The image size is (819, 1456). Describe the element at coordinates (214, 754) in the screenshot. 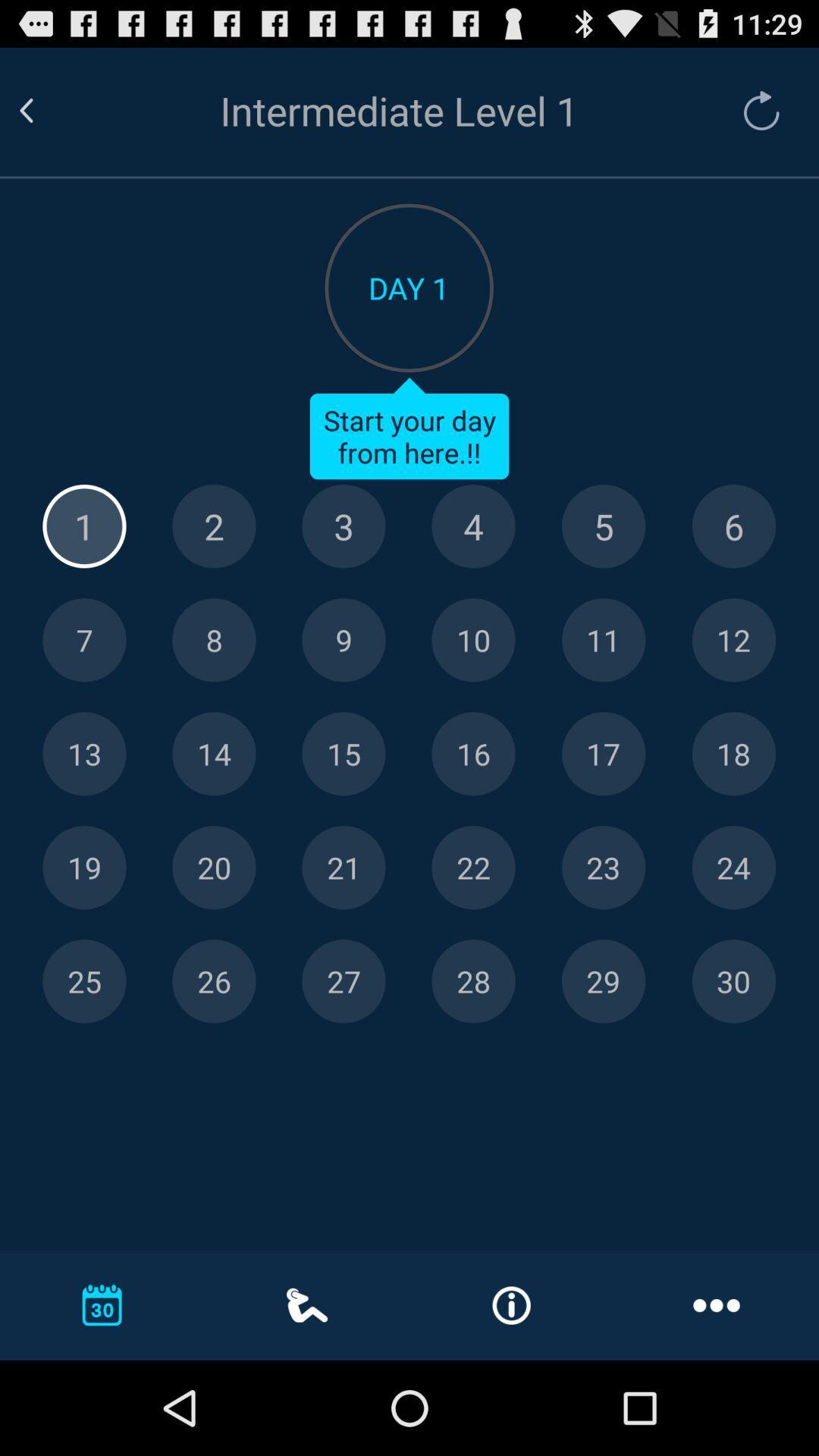

I see `day 14 option` at that location.